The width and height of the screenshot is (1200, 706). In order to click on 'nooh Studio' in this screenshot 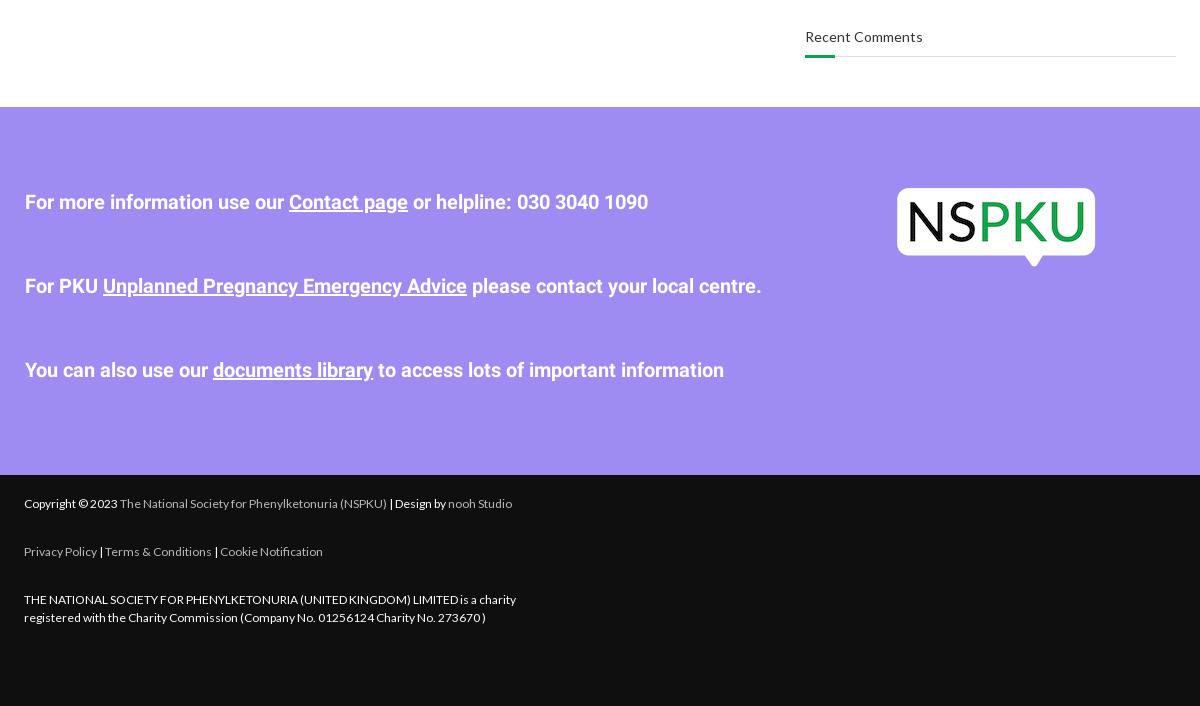, I will do `click(479, 501)`.